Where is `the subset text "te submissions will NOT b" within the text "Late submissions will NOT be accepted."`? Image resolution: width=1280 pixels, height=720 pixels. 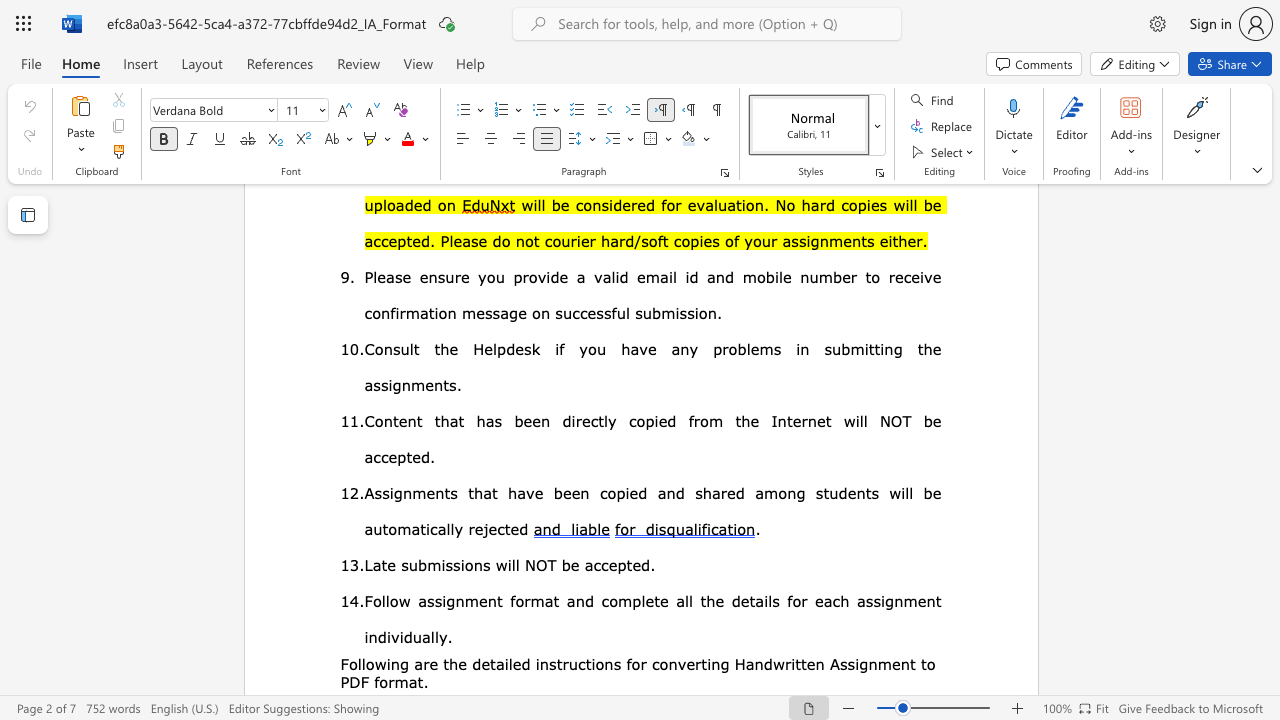 the subset text "te submissions will NOT b" within the text "Late submissions will NOT be accepted." is located at coordinates (381, 564).